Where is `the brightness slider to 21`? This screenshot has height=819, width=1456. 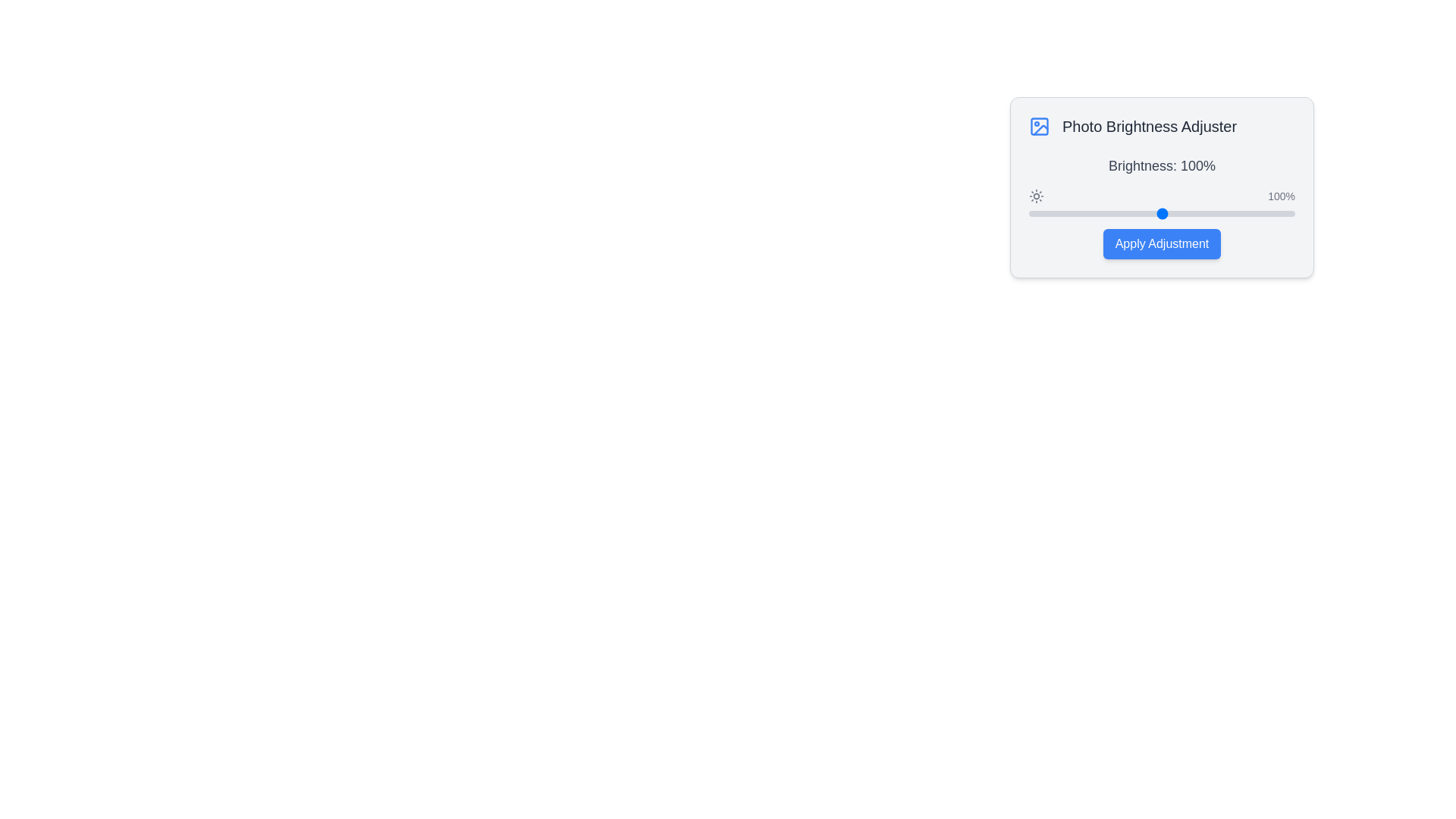 the brightness slider to 21 is located at coordinates (1056, 213).